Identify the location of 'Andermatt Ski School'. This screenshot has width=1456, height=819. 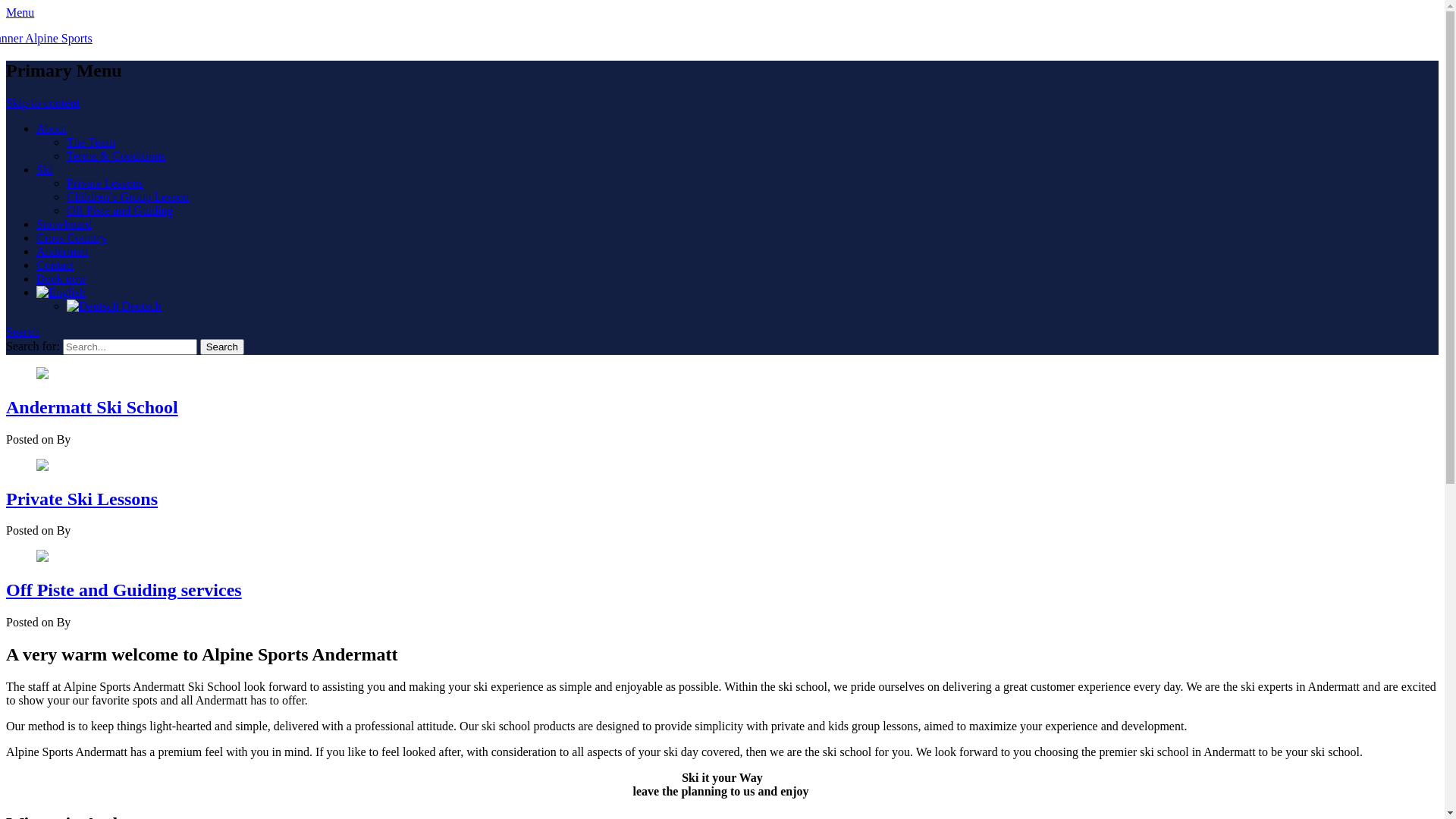
(91, 406).